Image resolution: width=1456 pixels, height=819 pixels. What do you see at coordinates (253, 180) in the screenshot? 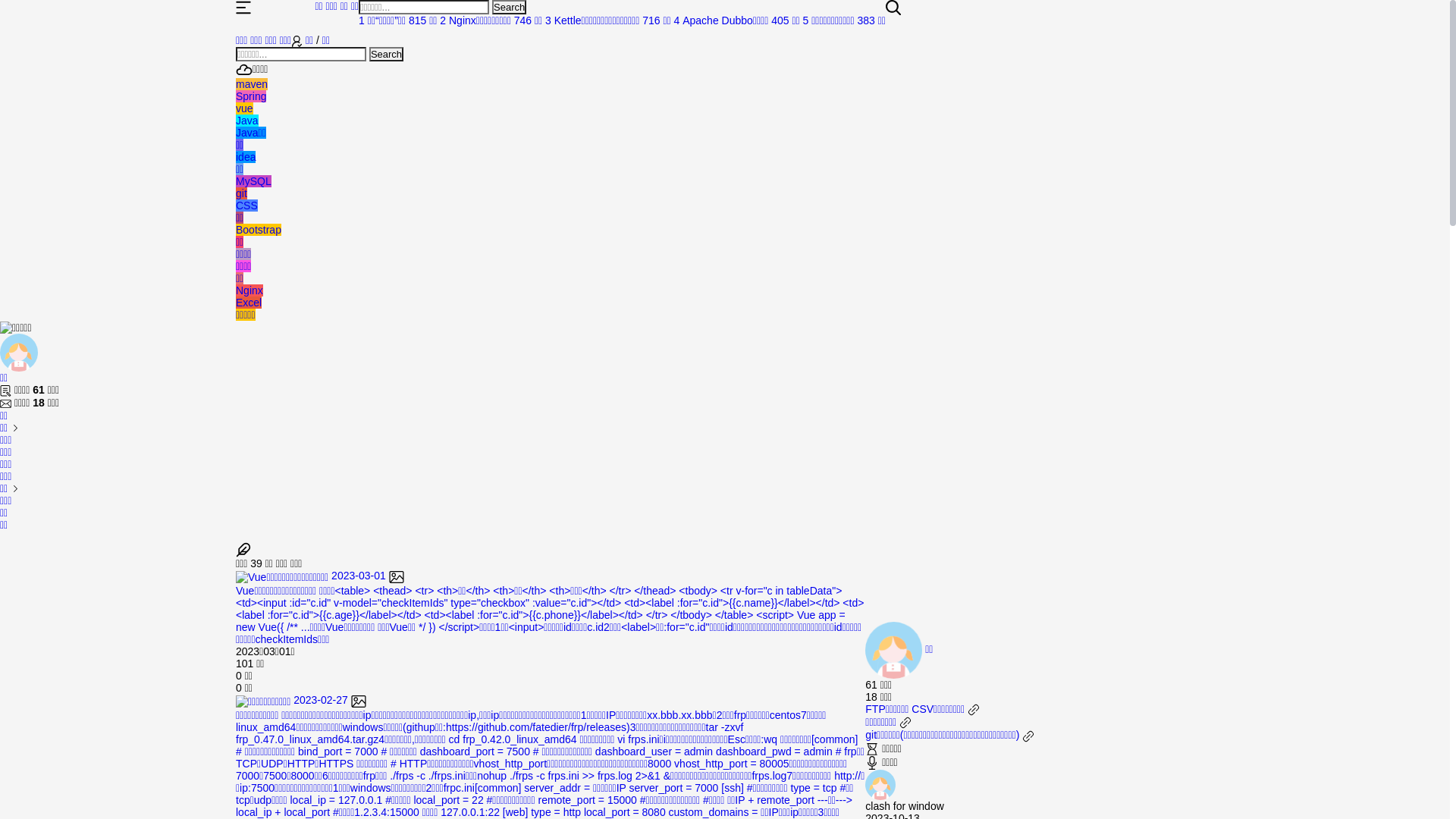
I see `'MySQL'` at bounding box center [253, 180].